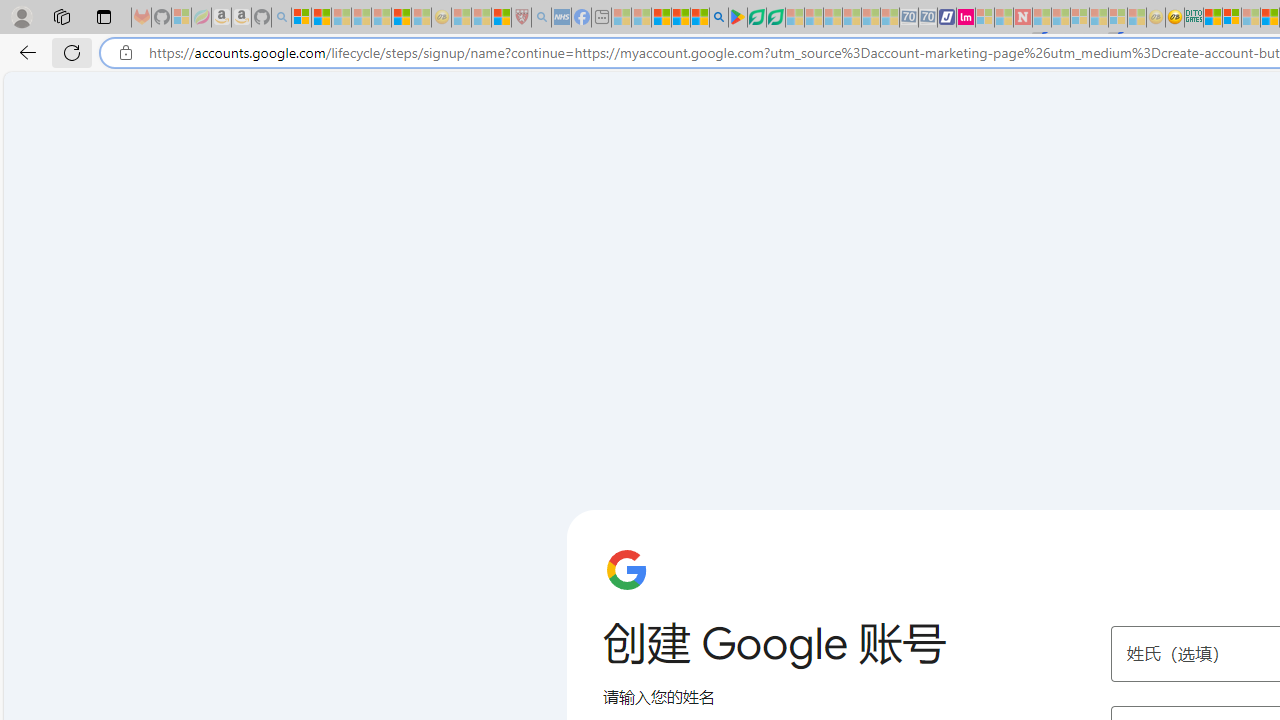 The height and width of the screenshot is (720, 1280). Describe the element at coordinates (774, 17) in the screenshot. I see `'Microsoft Word - consumer-privacy address update 2.2021'` at that location.